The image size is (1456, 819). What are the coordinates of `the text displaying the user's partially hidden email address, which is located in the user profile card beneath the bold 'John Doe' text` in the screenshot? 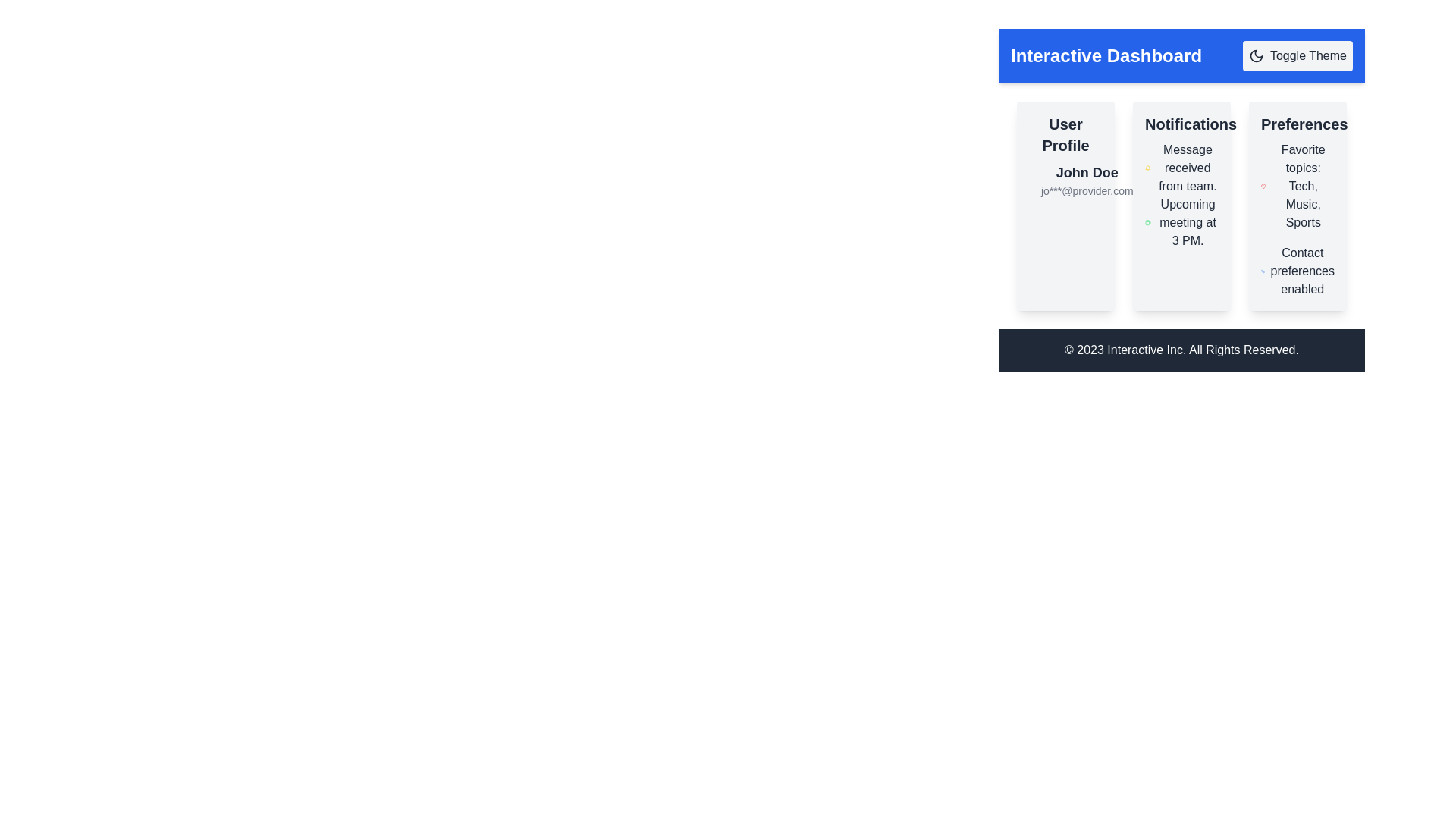 It's located at (1086, 190).